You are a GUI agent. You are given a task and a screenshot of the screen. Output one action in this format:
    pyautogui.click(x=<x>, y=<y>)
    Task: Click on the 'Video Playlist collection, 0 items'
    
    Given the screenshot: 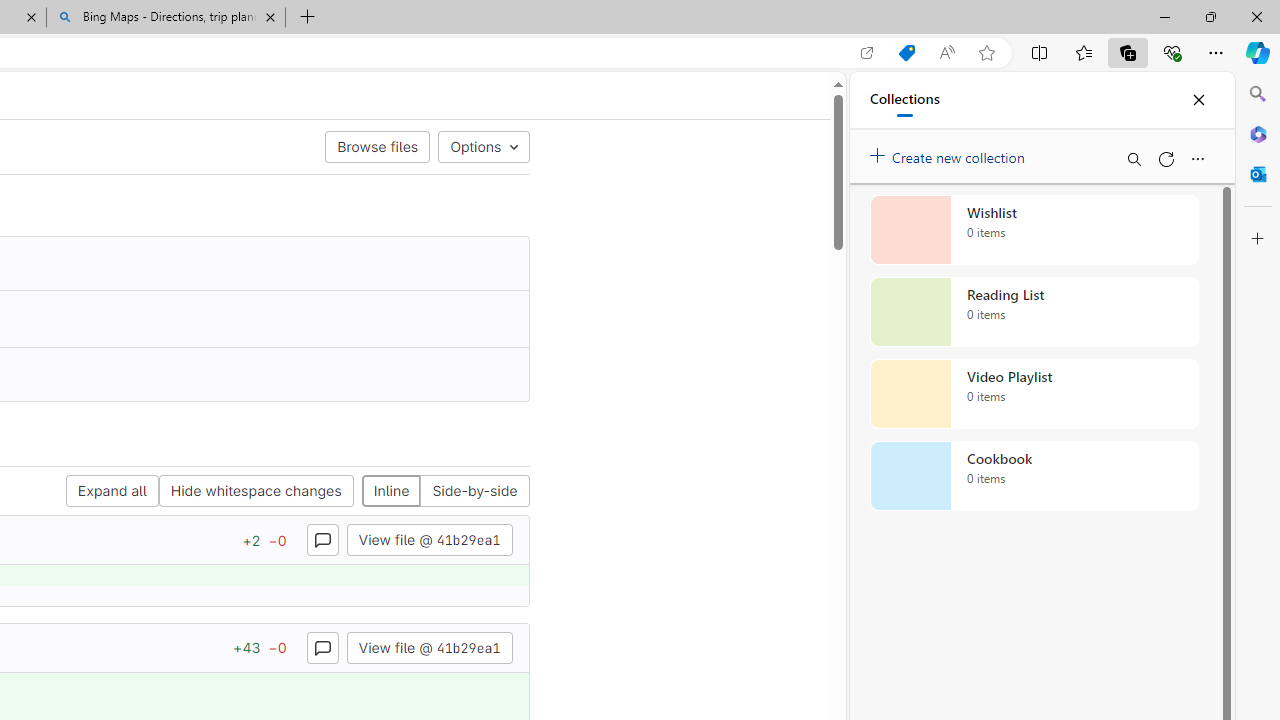 What is the action you would take?
    pyautogui.click(x=1034, y=394)
    